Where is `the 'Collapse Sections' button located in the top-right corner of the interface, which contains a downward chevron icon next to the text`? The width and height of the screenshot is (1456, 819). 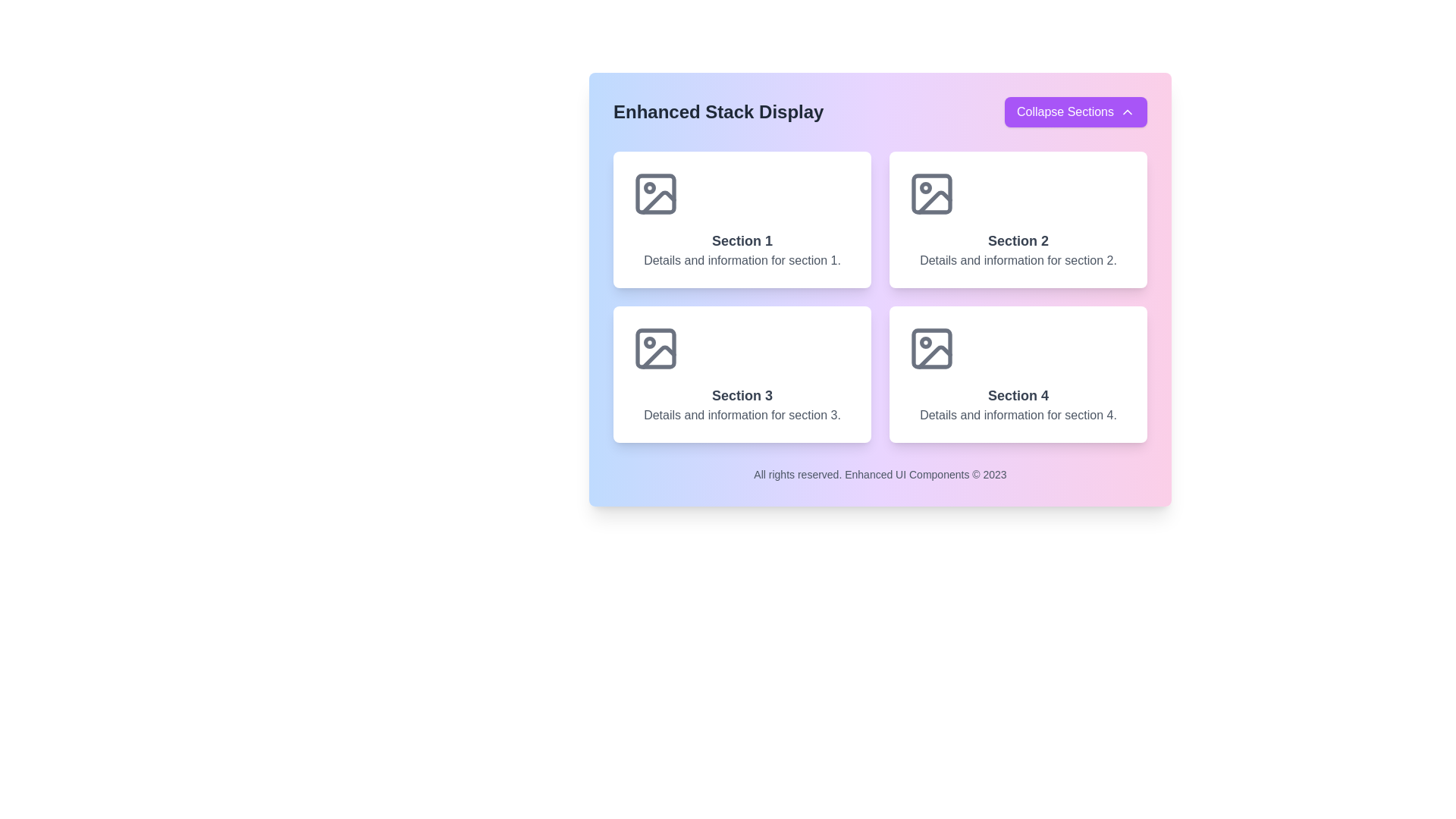
the 'Collapse Sections' button located in the top-right corner of the interface, which contains a downward chevron icon next to the text is located at coordinates (1065, 111).